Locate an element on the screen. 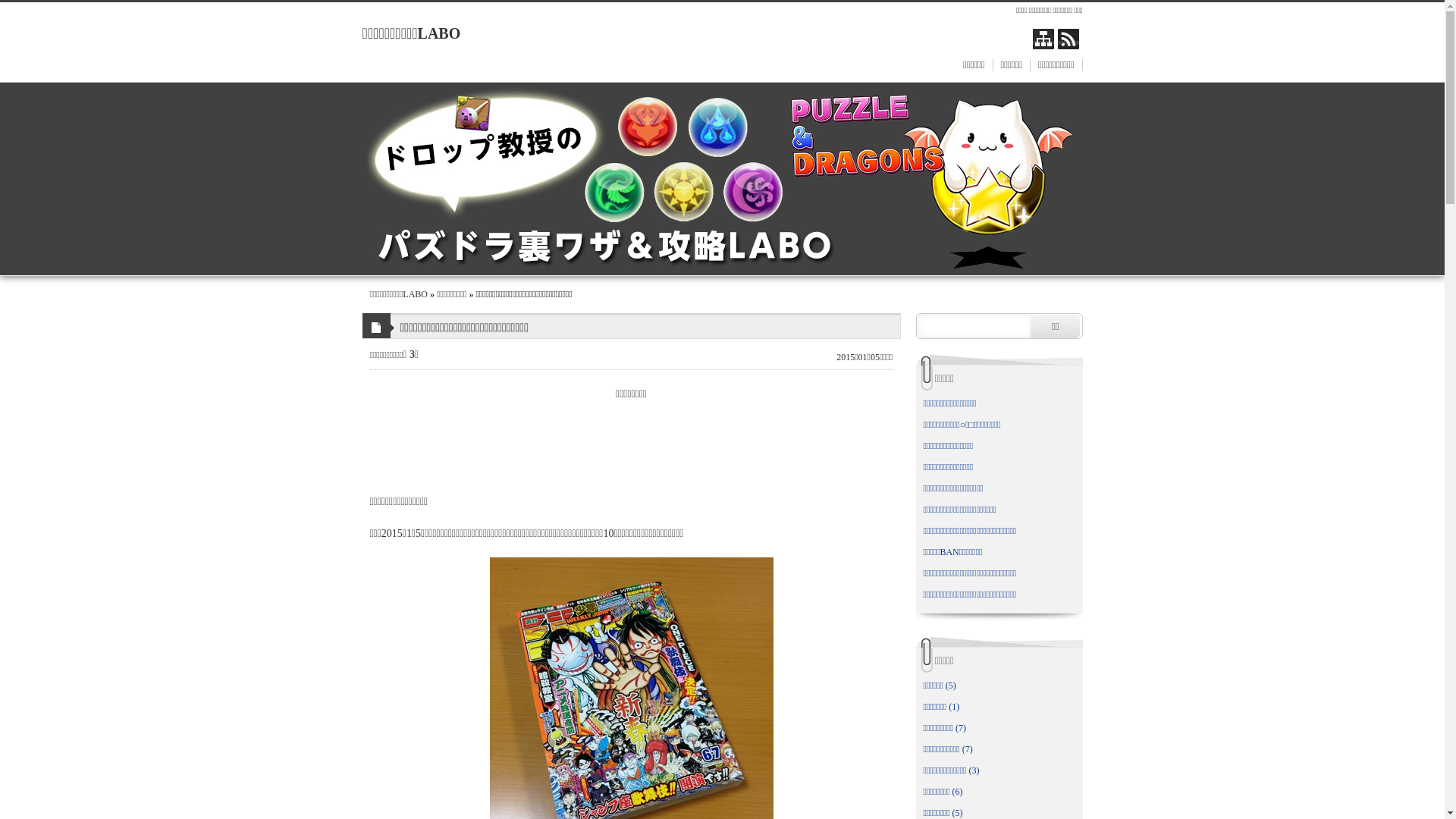  'Advertisement' is located at coordinates (630, 439).